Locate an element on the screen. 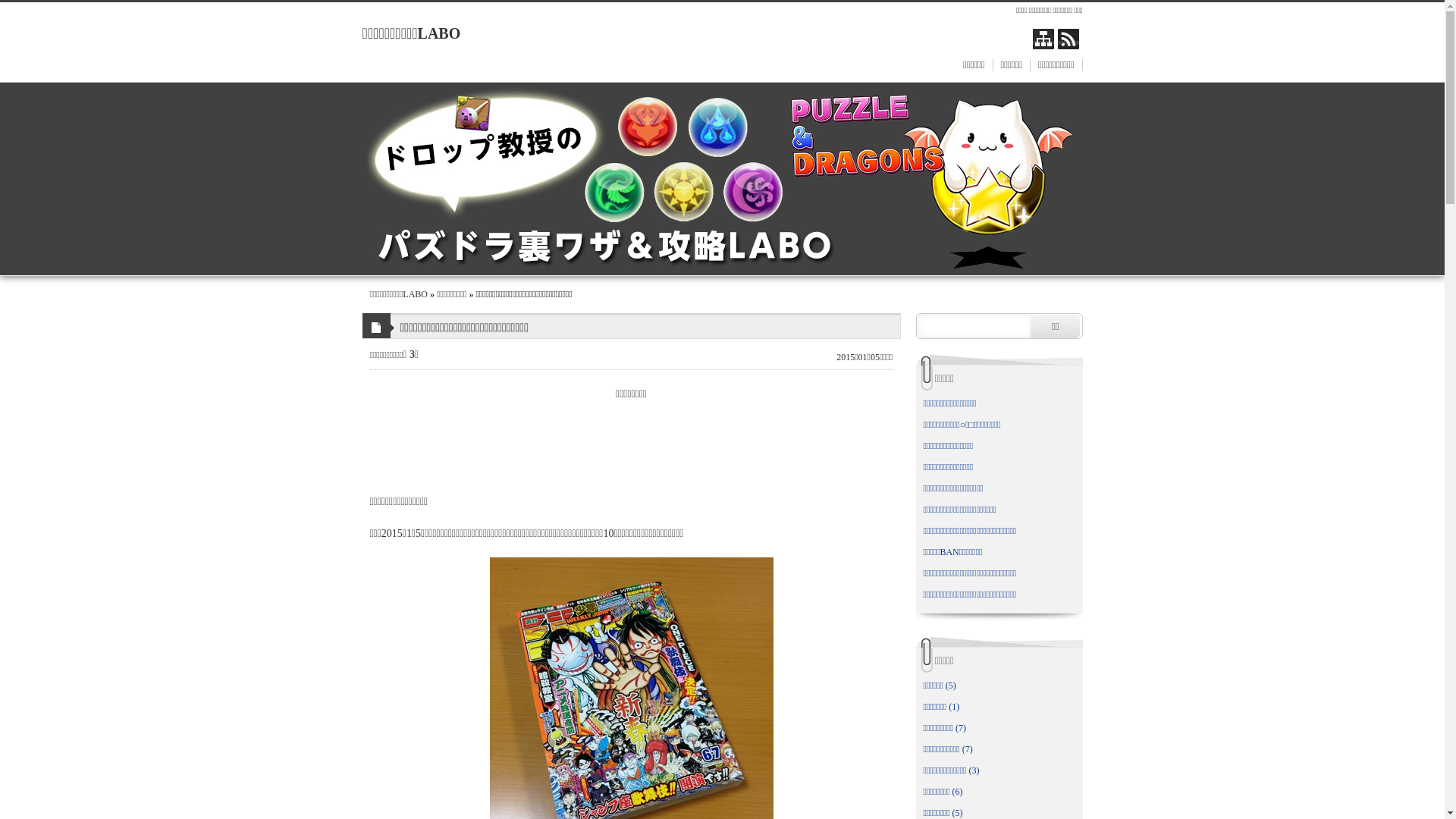  'Advertisement' is located at coordinates (630, 439).